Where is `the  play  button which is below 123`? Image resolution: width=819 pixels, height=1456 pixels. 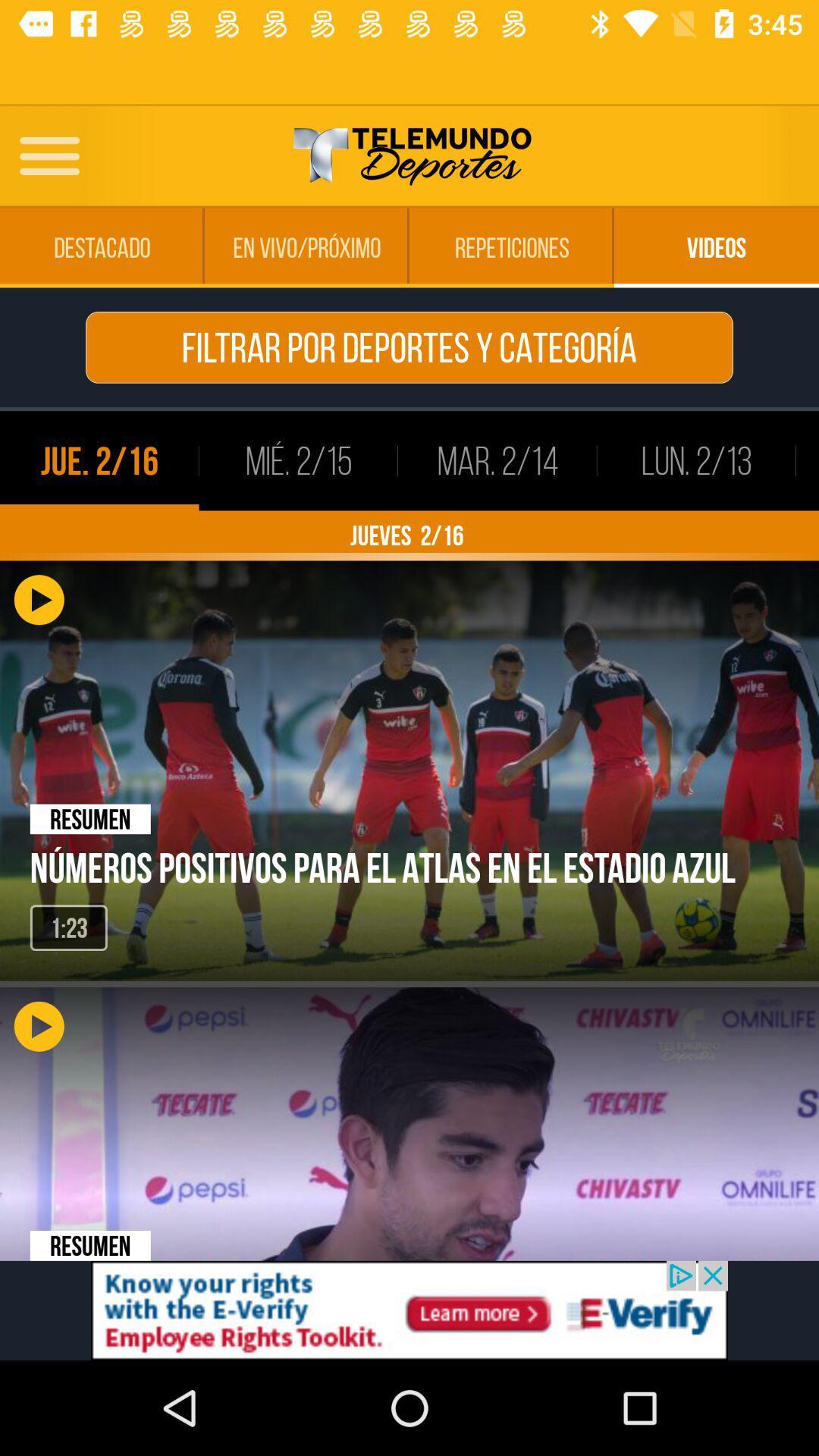
the  play  button which is below 123 is located at coordinates (63, 1026).